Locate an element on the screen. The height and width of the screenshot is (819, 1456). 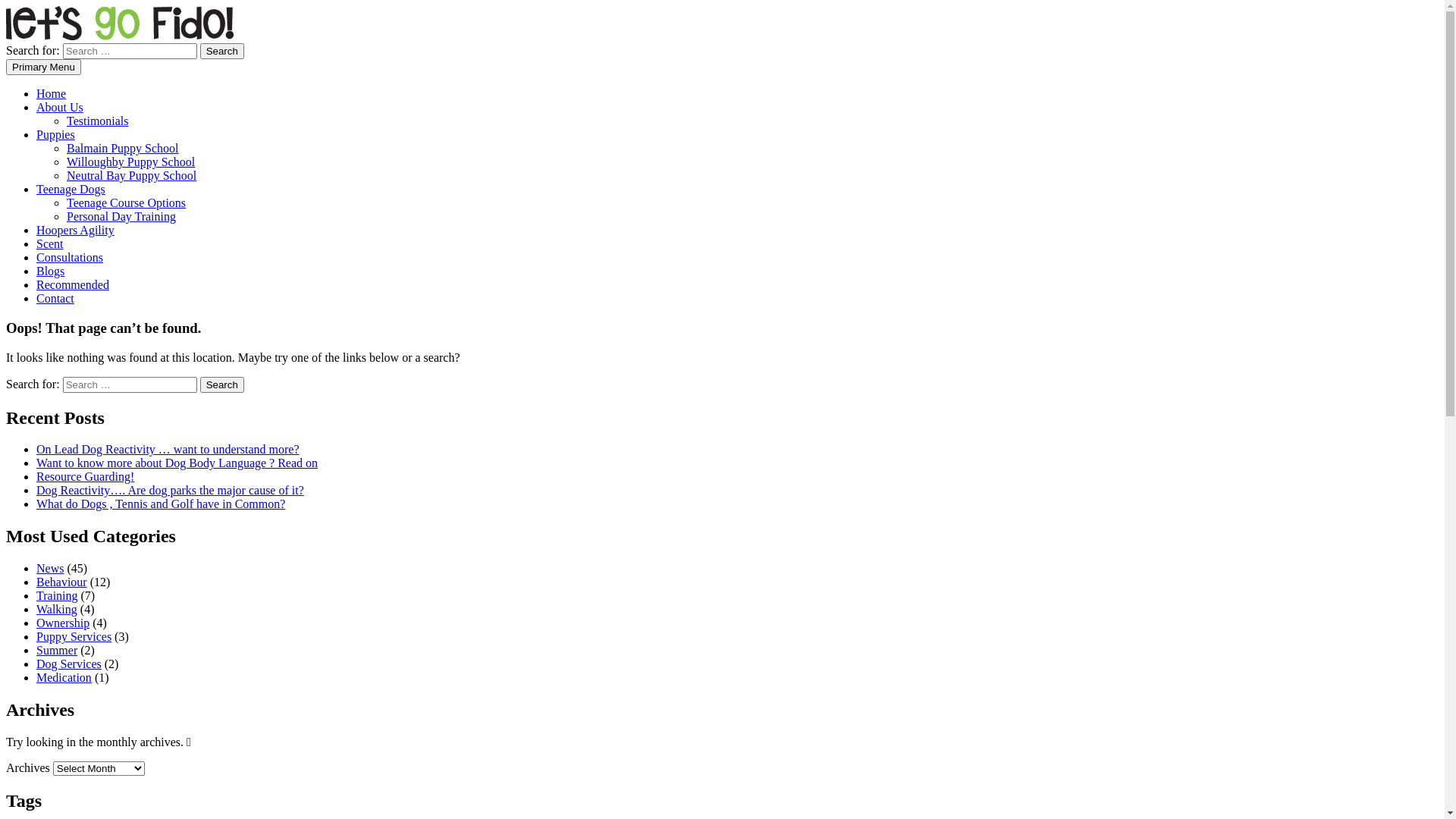
'Search' is located at coordinates (199, 384).